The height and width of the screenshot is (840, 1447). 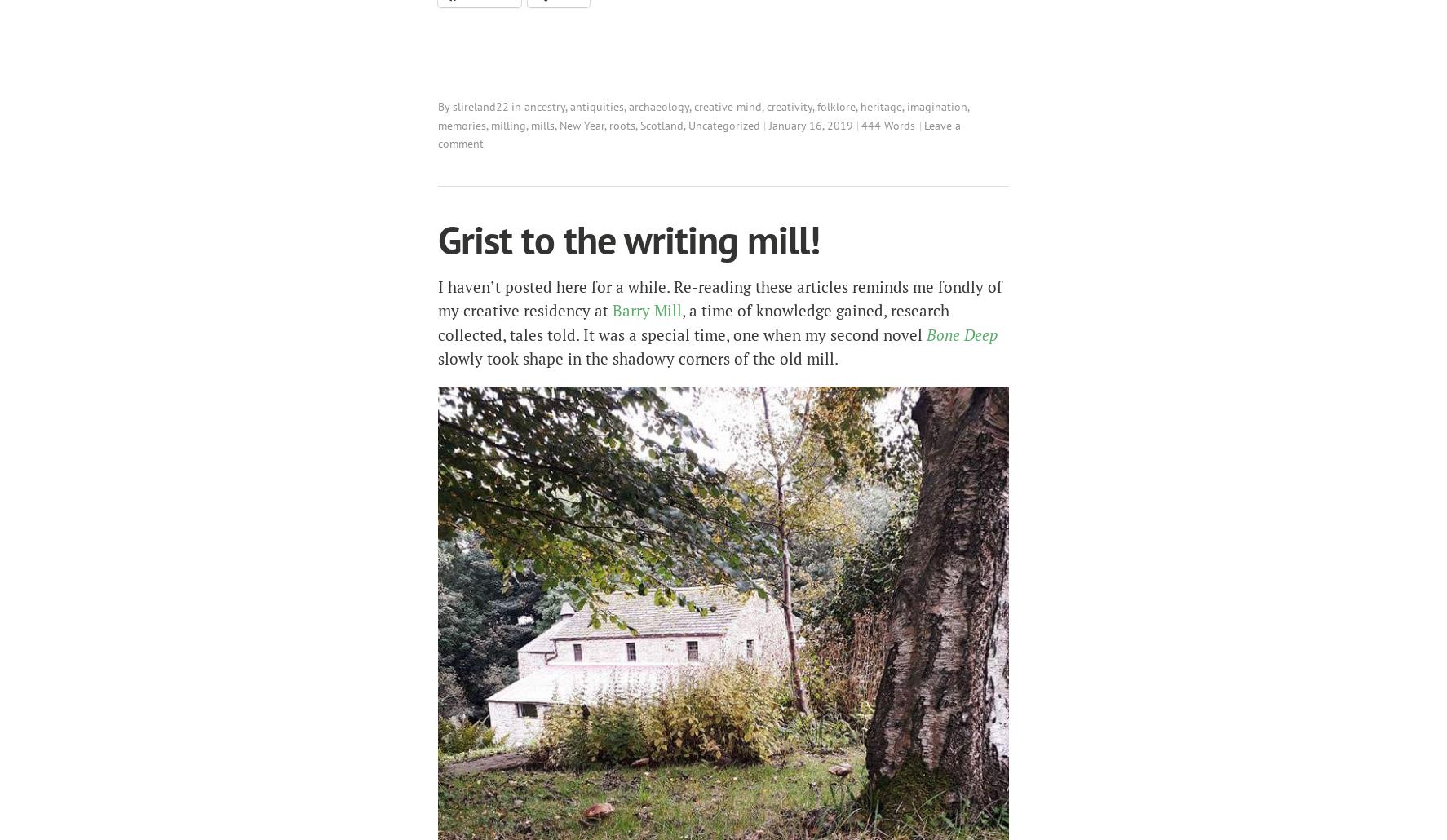 What do you see at coordinates (688, 123) in the screenshot?
I see `'Uncategorized'` at bounding box center [688, 123].